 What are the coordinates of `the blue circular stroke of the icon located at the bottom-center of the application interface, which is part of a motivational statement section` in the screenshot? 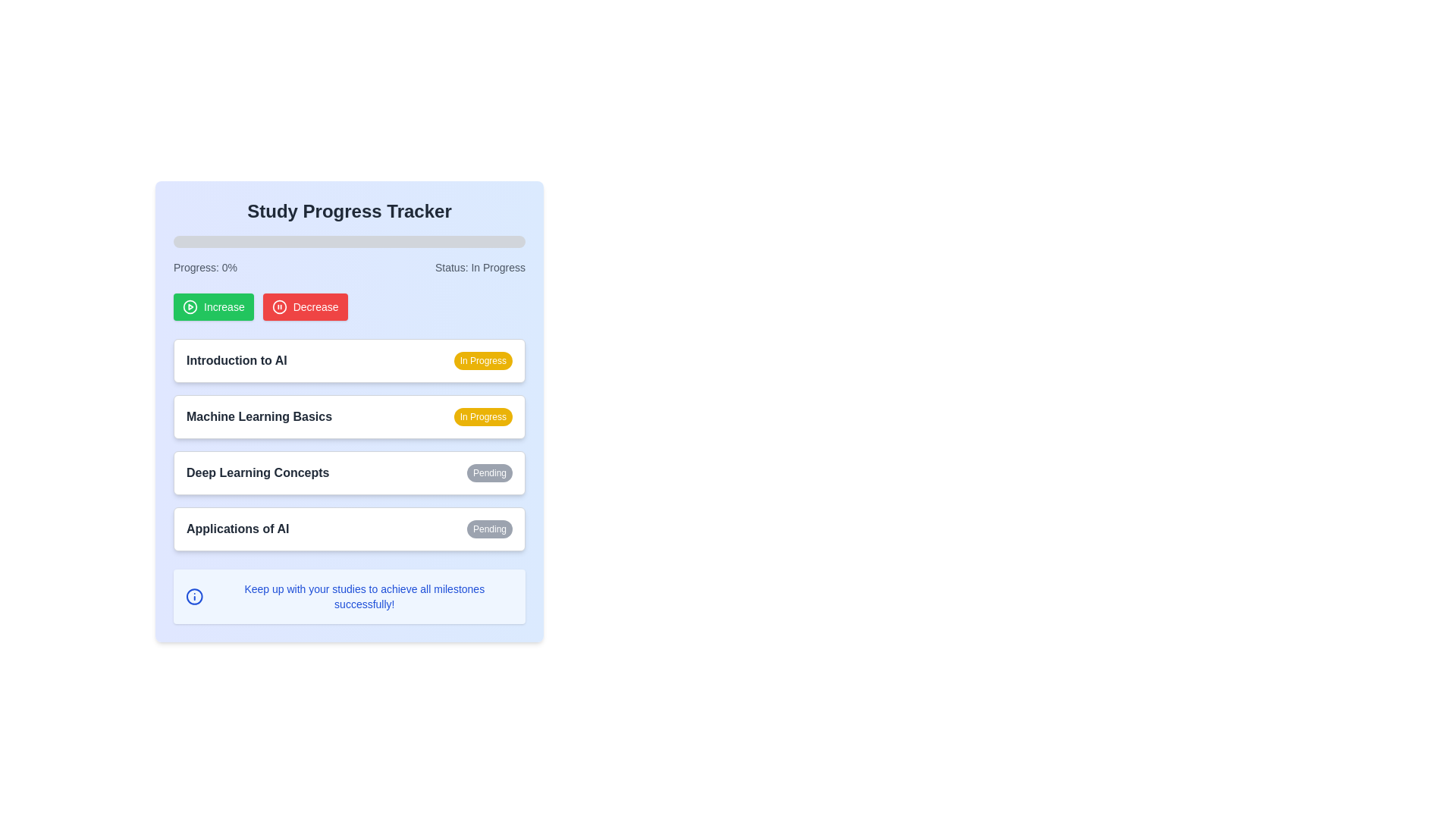 It's located at (193, 595).